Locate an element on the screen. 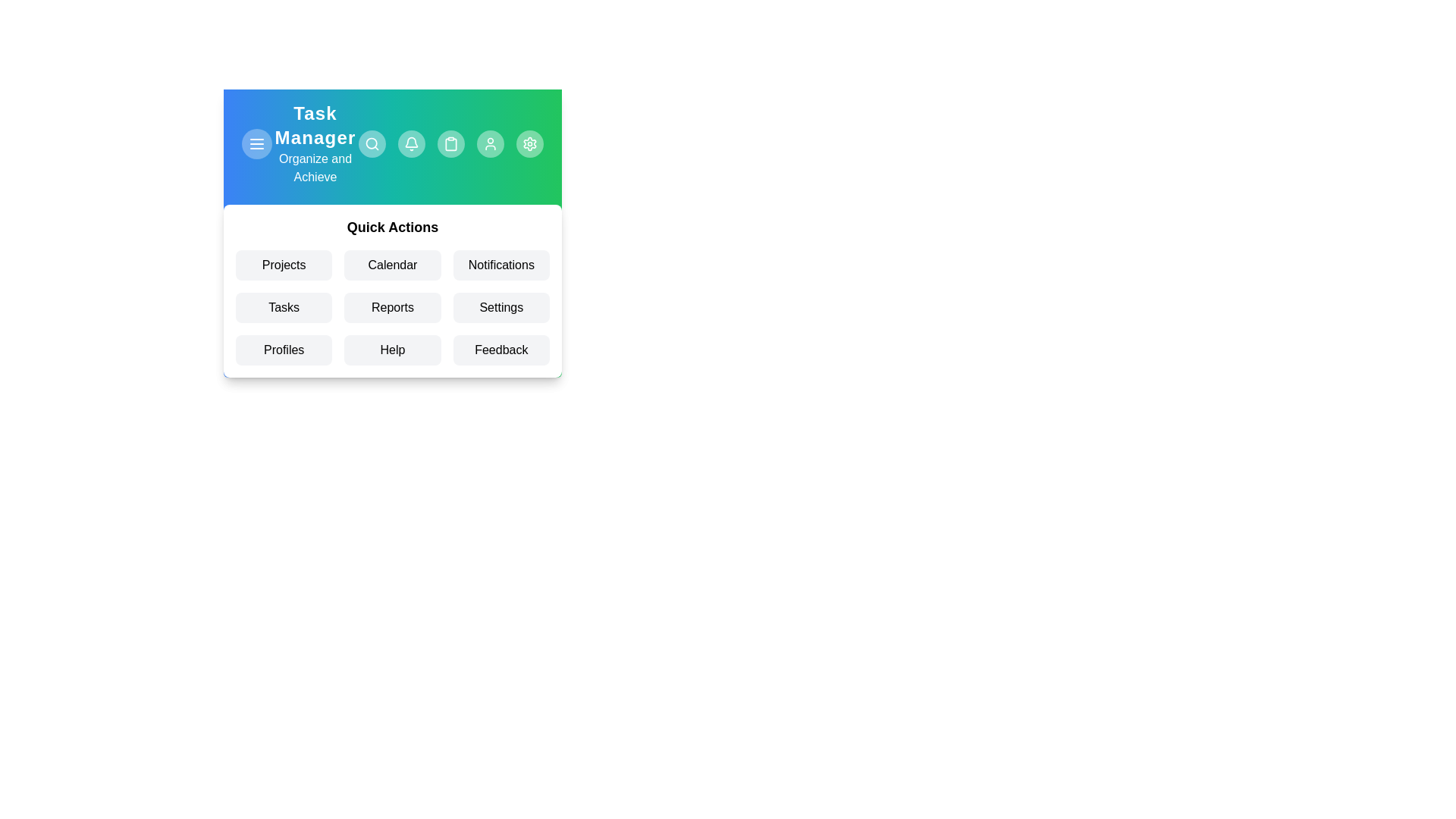 This screenshot has width=1456, height=819. the app bar button labeled Clipboard is located at coordinates (450, 143).